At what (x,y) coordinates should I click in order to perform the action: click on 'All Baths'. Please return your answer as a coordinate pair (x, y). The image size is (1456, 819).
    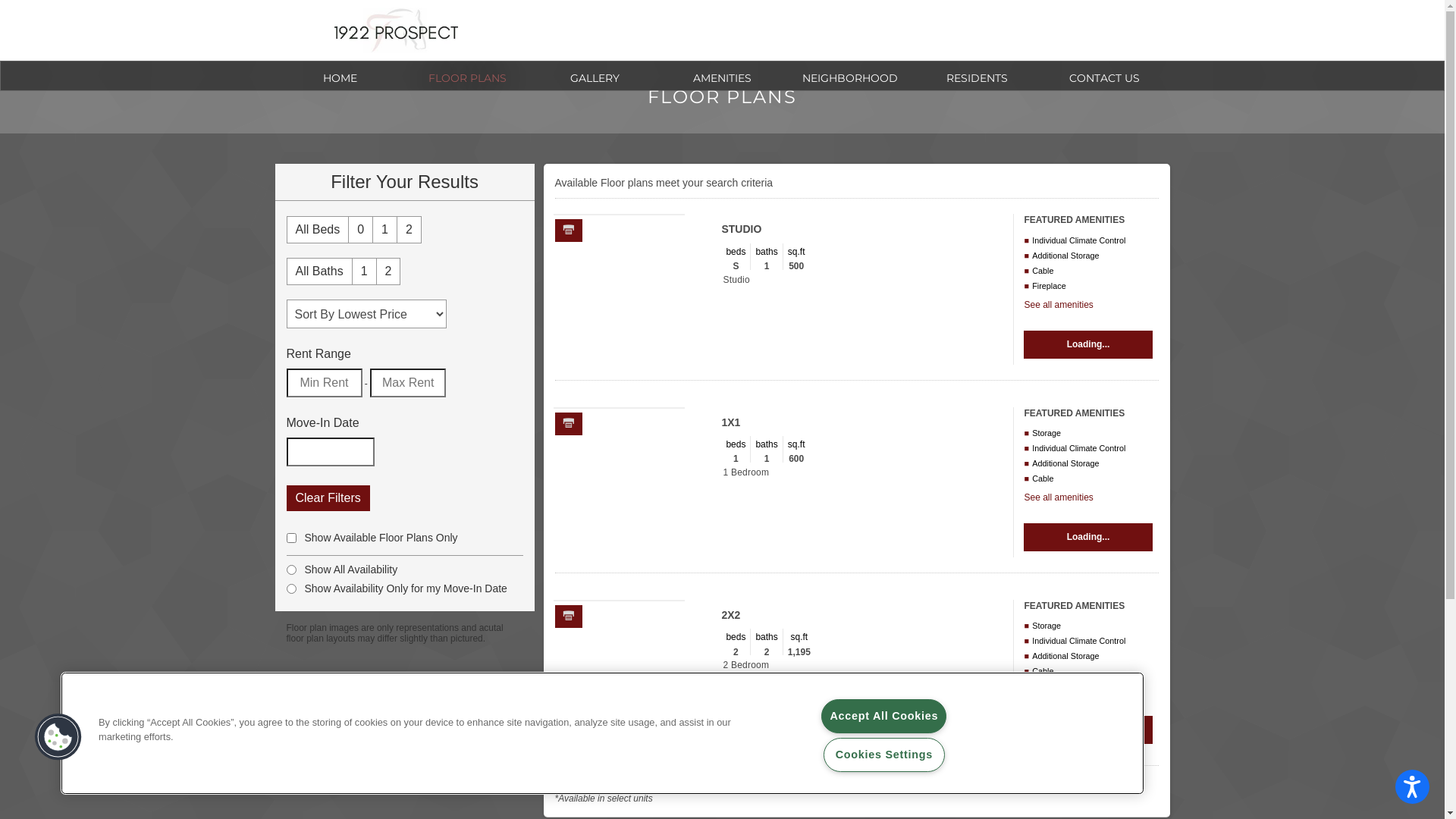
    Looking at the image, I should click on (318, 271).